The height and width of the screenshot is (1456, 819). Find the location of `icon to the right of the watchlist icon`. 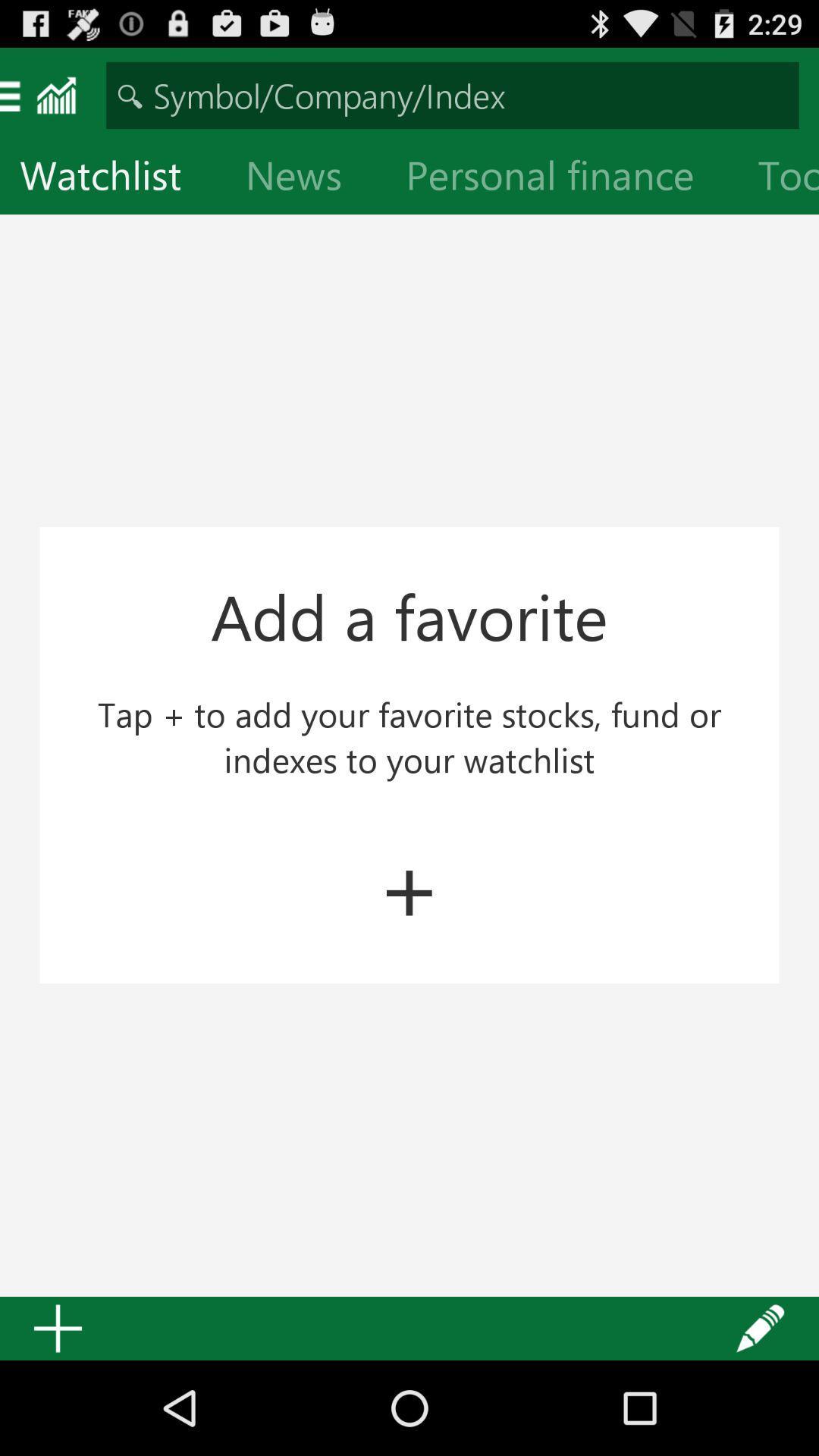

icon to the right of the watchlist icon is located at coordinates (306, 178).